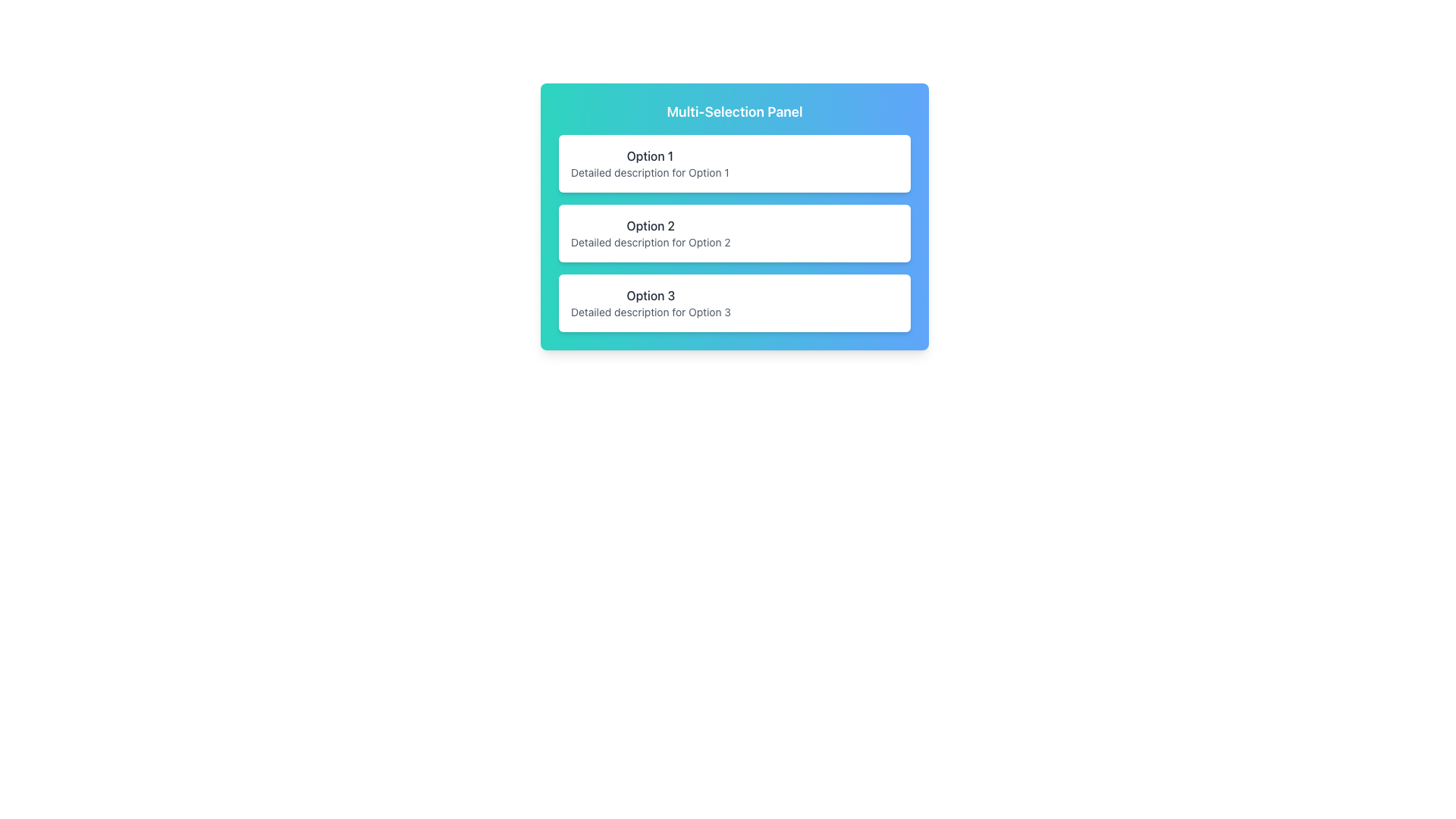 The width and height of the screenshot is (1456, 819). Describe the element at coordinates (651, 303) in the screenshot. I see `the third item in the vertically stacked list within the 'Multi-Selection Panel' section that presents a choice with a title and a description` at that location.